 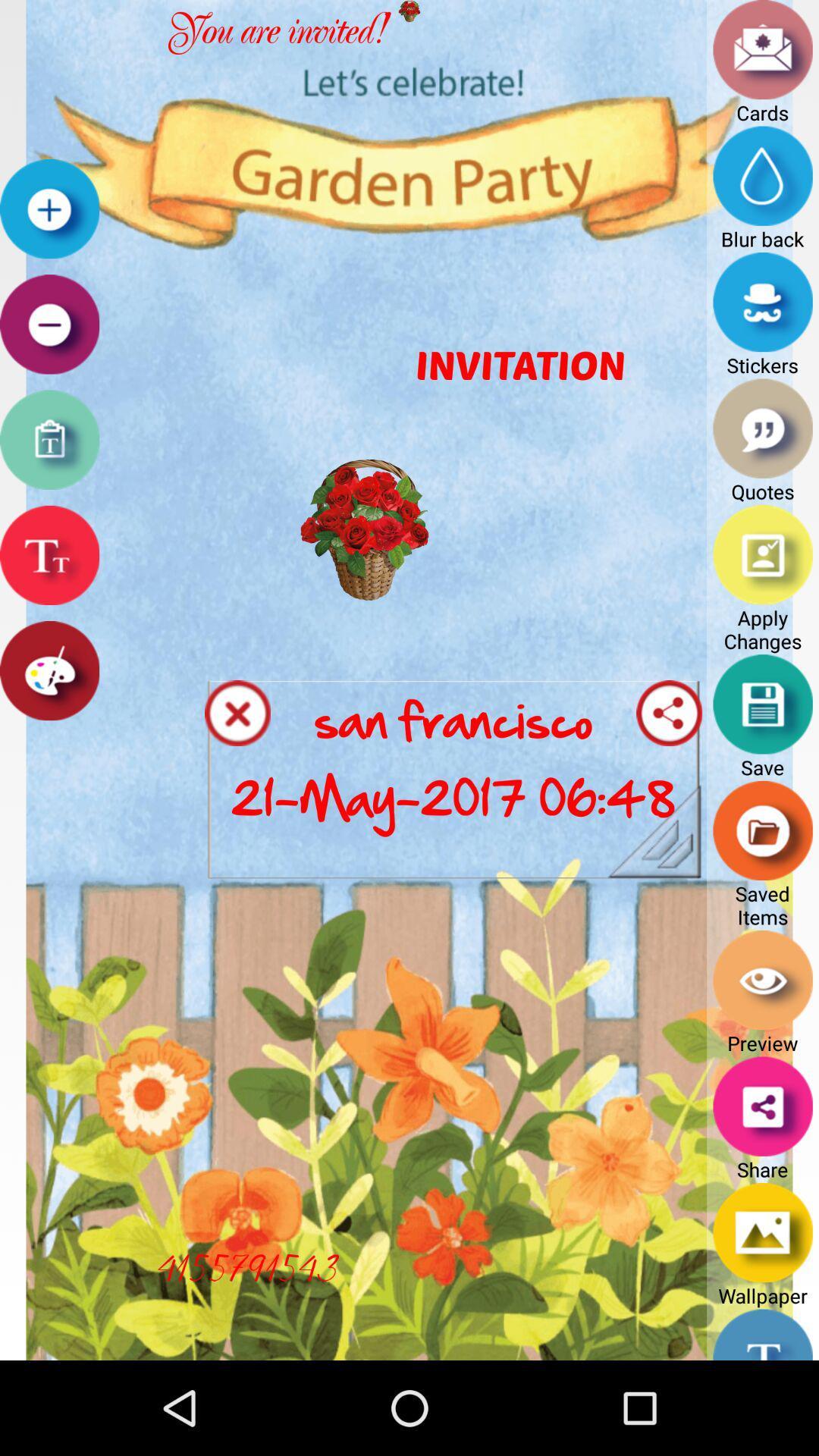 I want to click on the close icon, so click(x=237, y=763).